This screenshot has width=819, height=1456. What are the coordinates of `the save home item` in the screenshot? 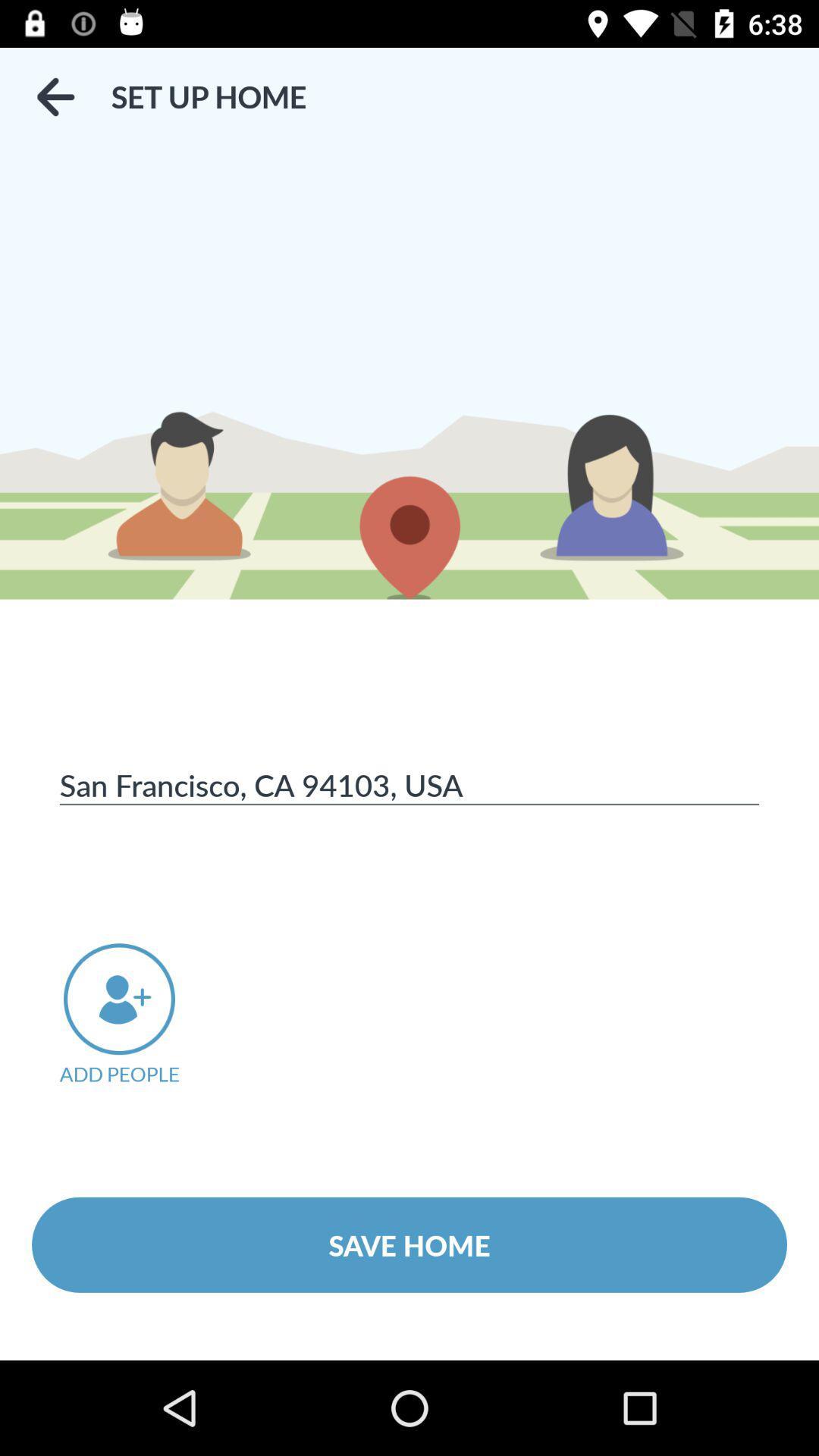 It's located at (409, 1244).